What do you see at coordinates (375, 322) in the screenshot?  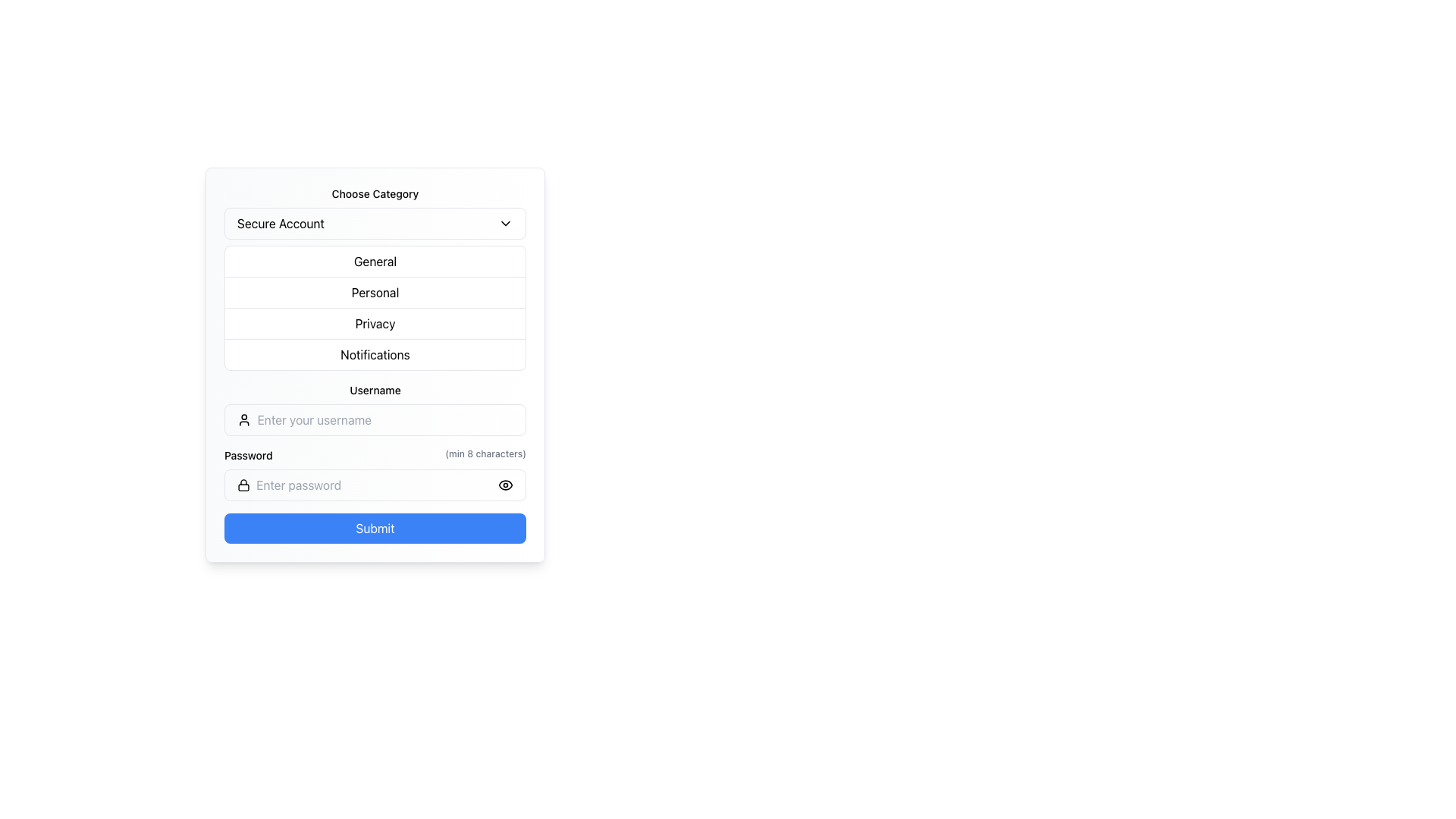 I see `the 'Privacy' button, which is the third button in a vertical list of four buttons labeled 'General', 'Personal', 'Privacy', and 'Notifications'` at bounding box center [375, 322].